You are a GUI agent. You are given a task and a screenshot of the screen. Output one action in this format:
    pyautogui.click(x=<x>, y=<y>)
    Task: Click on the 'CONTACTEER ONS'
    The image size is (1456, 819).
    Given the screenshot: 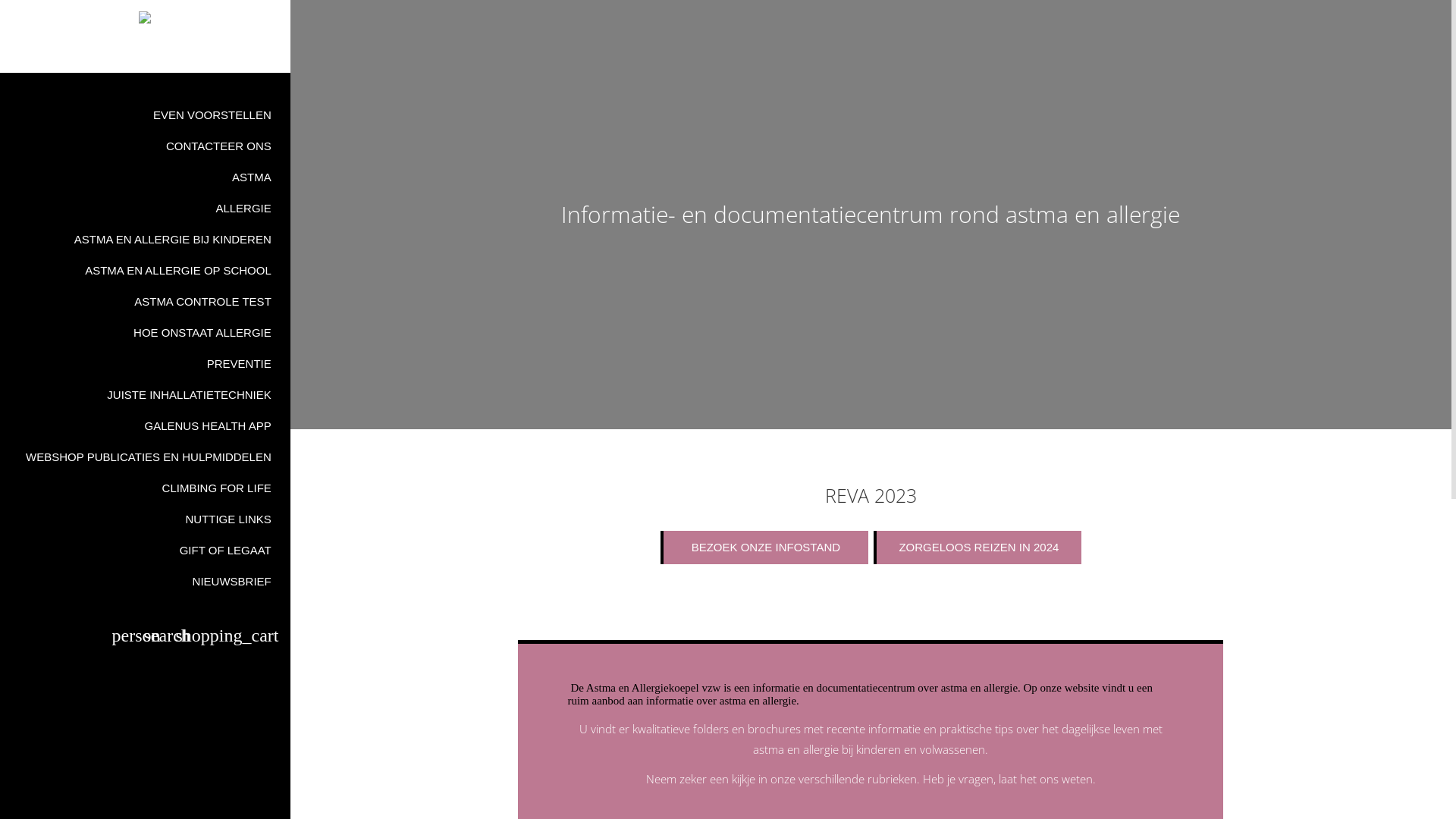 What is the action you would take?
    pyautogui.click(x=145, y=146)
    